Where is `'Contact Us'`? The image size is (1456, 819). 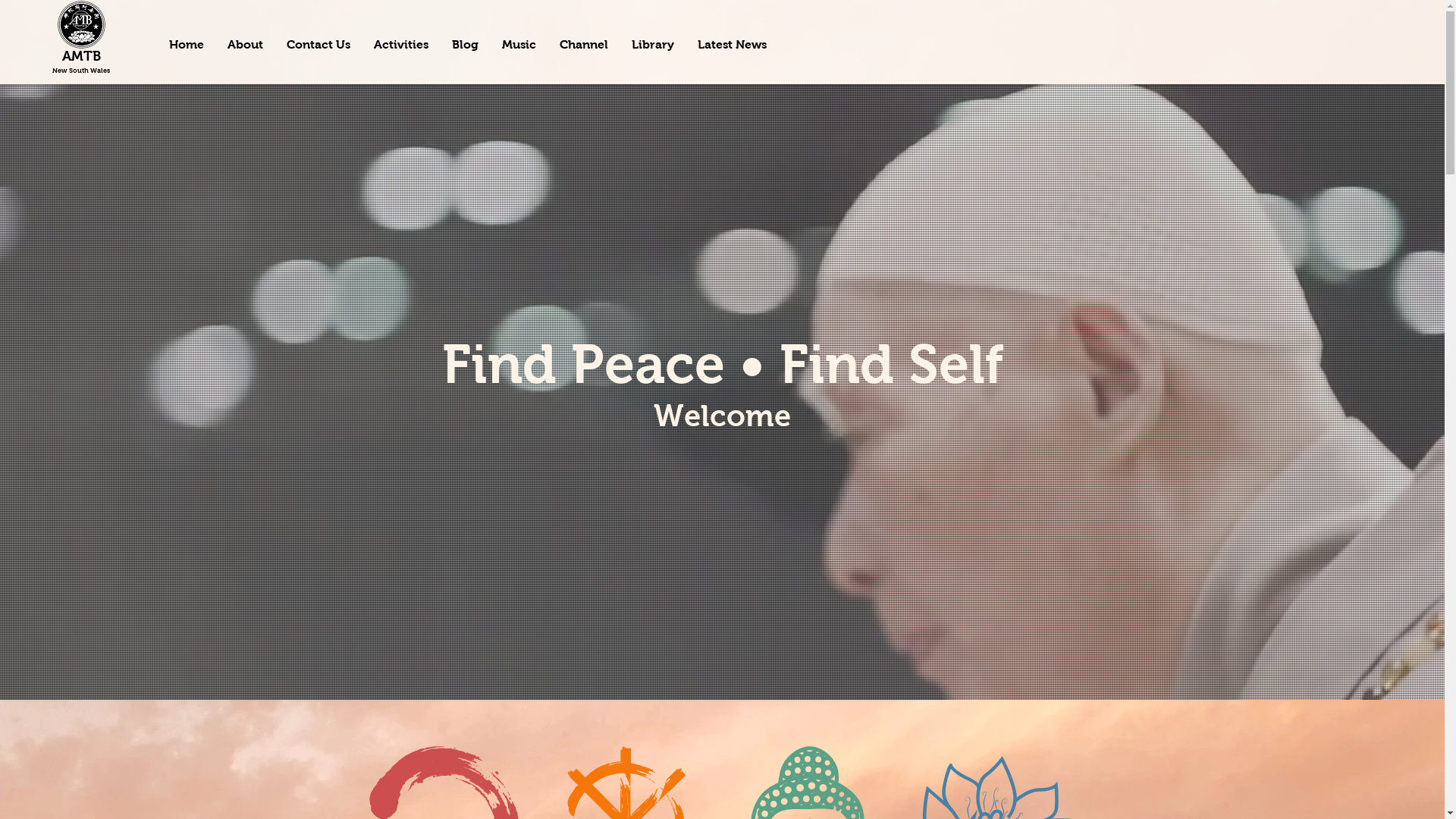
'Contact Us' is located at coordinates (317, 43).